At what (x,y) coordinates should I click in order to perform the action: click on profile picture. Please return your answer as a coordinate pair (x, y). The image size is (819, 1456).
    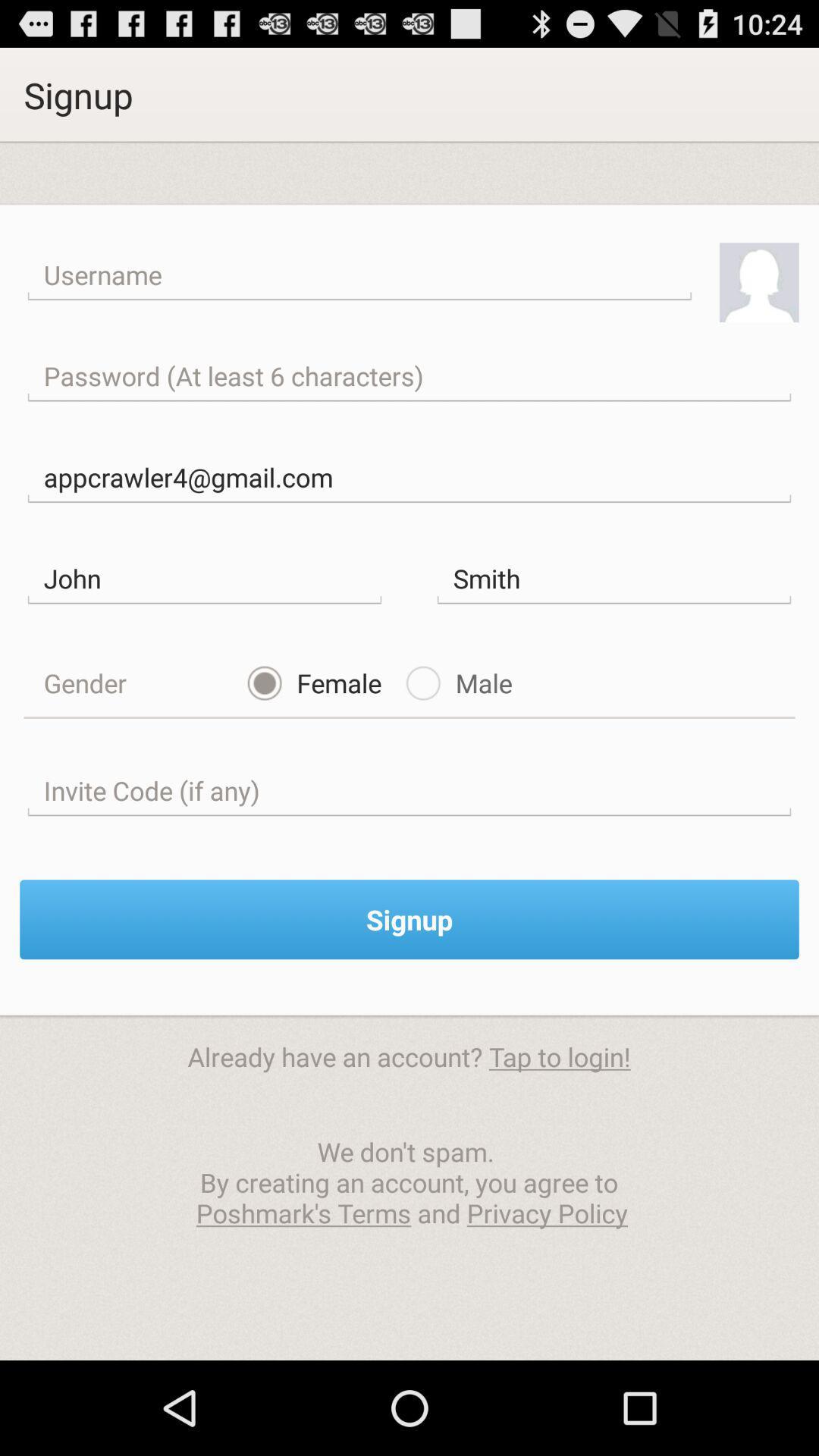
    Looking at the image, I should click on (759, 282).